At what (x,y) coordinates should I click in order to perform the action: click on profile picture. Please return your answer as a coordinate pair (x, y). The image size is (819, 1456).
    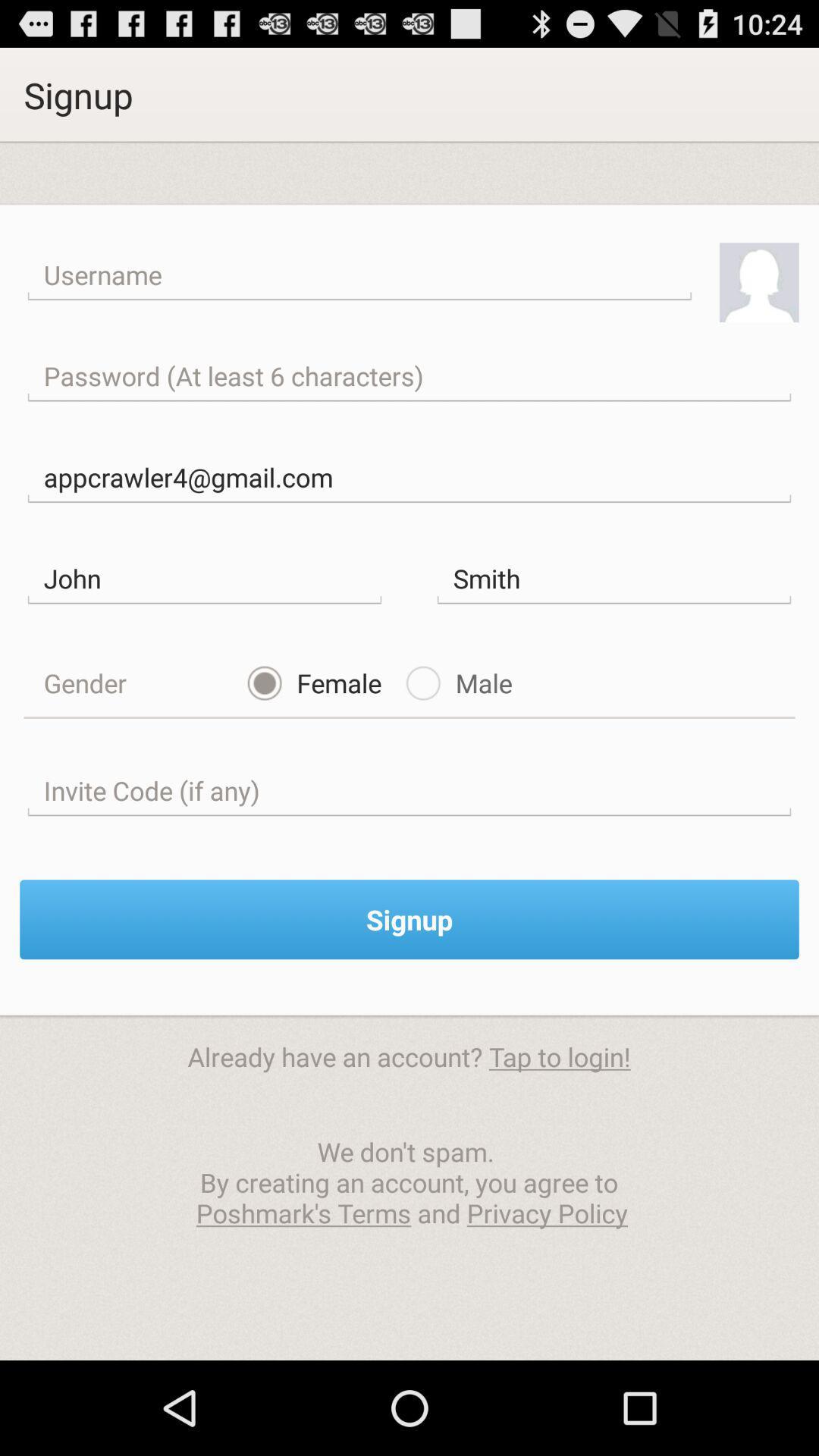
    Looking at the image, I should click on (759, 282).